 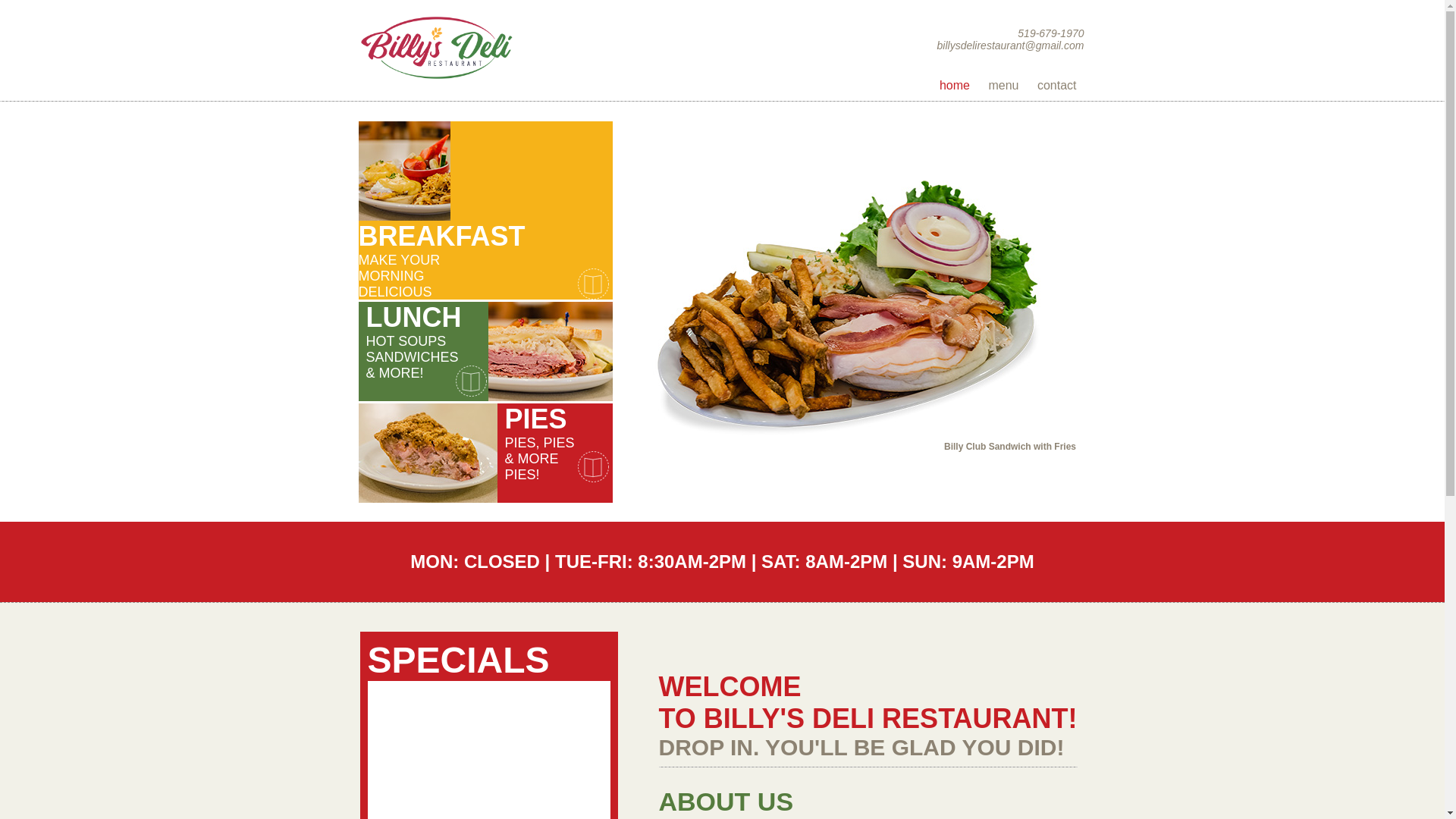 I want to click on 'menu', so click(x=1003, y=85).